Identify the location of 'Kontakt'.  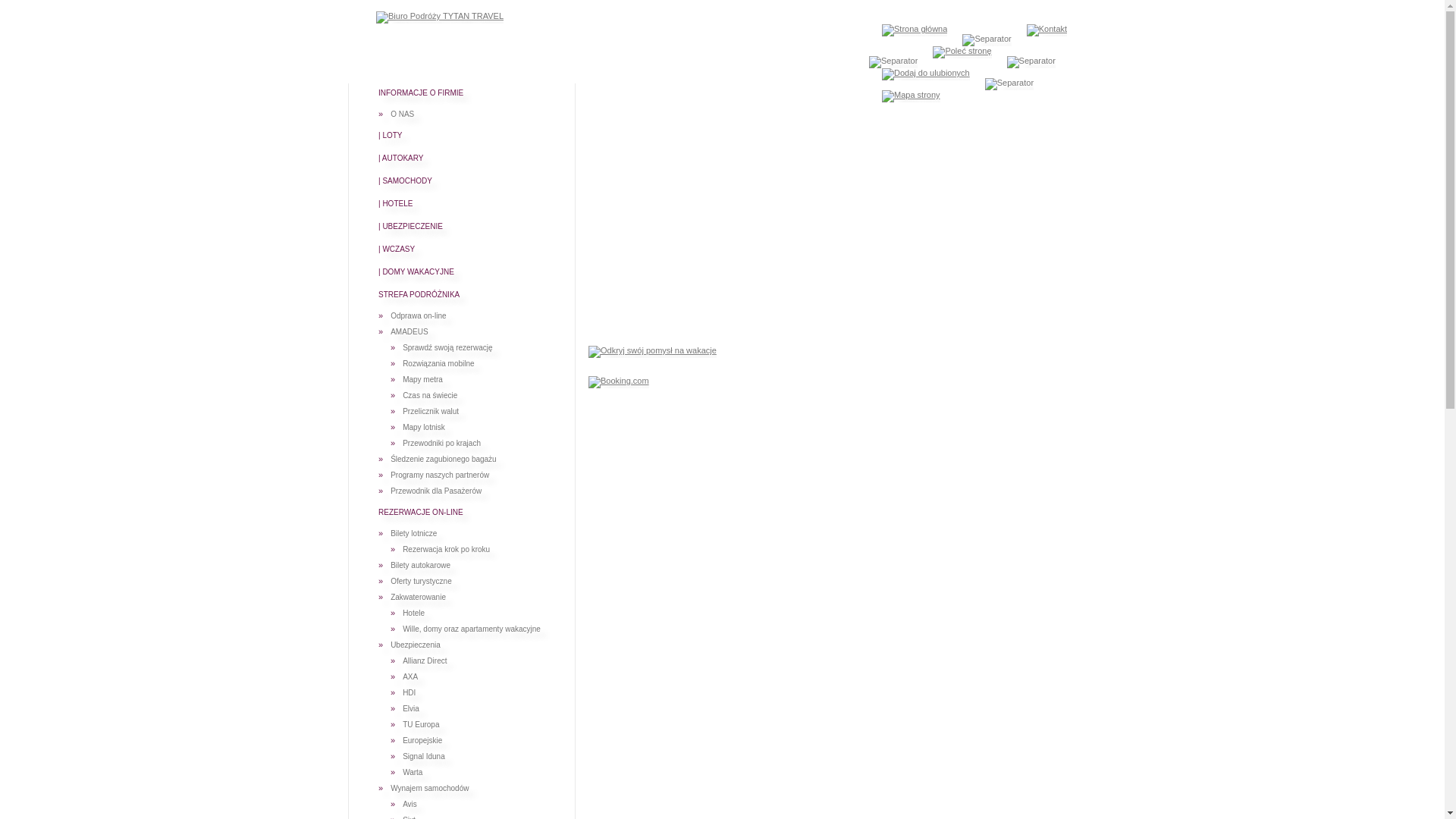
(1026, 30).